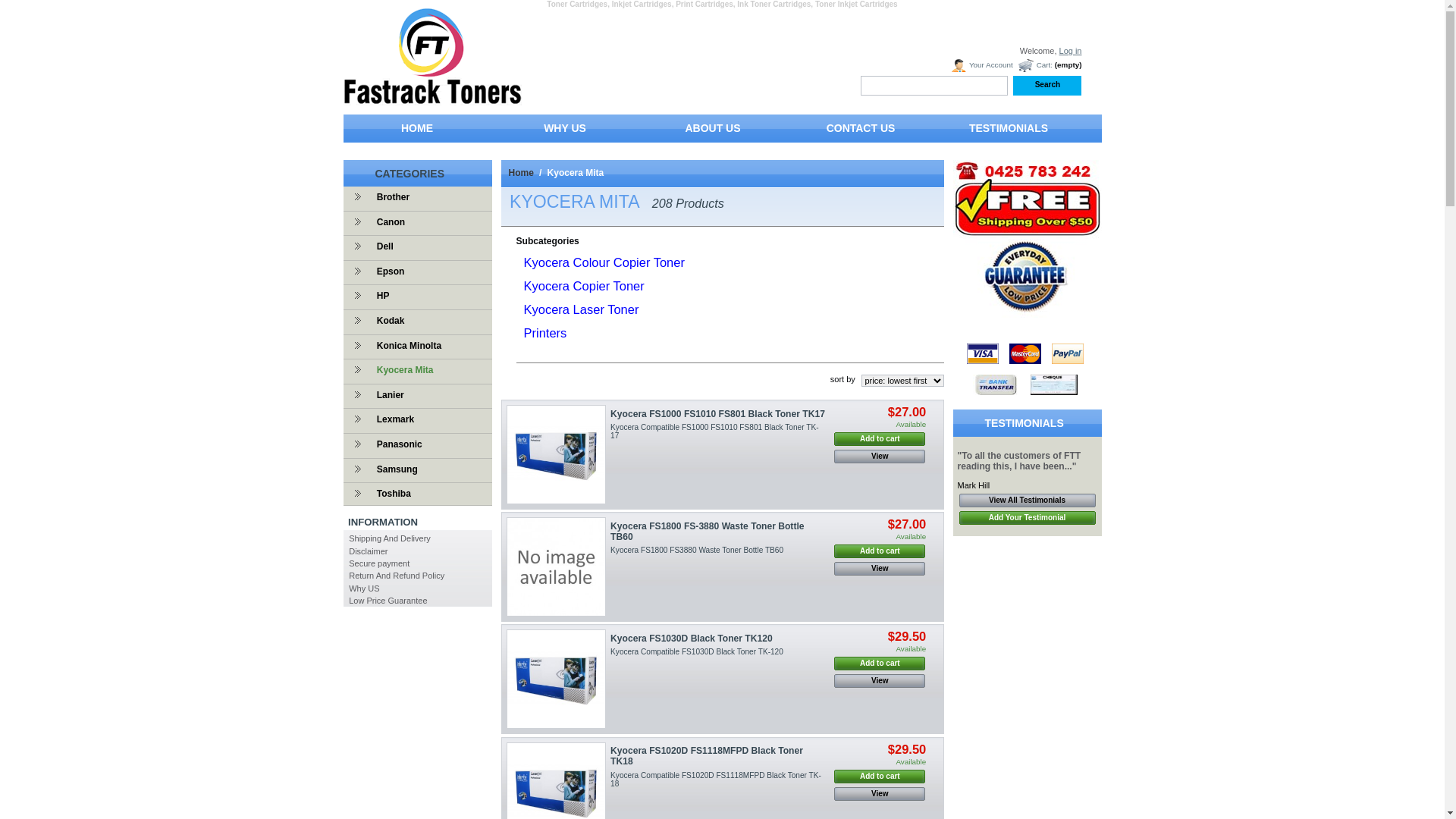 The image size is (1456, 819). What do you see at coordinates (957, 500) in the screenshot?
I see `'View All Testimonials'` at bounding box center [957, 500].